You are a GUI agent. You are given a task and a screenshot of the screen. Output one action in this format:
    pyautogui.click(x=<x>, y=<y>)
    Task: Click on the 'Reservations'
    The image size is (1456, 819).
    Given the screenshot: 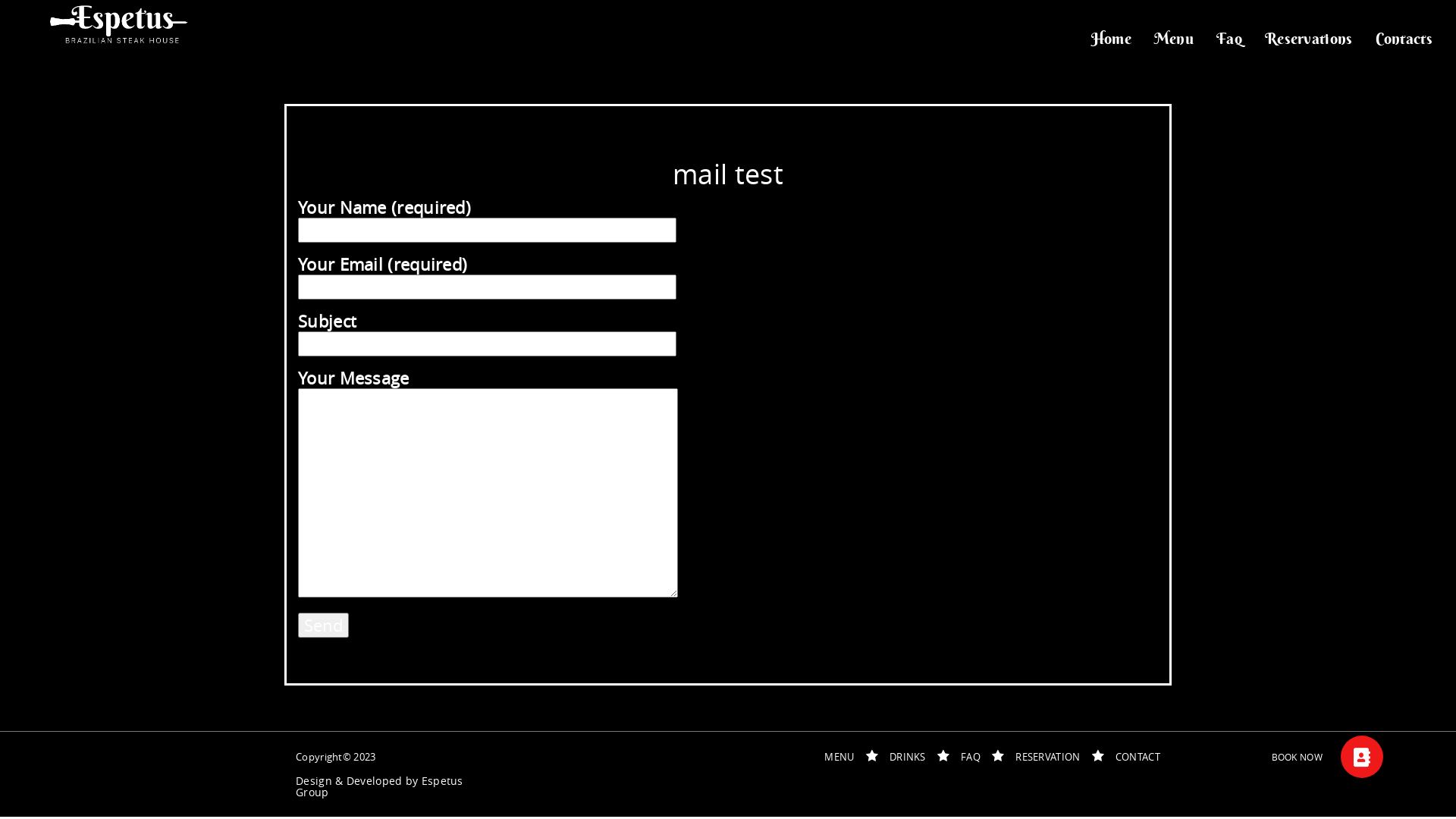 What is the action you would take?
    pyautogui.click(x=1308, y=37)
    